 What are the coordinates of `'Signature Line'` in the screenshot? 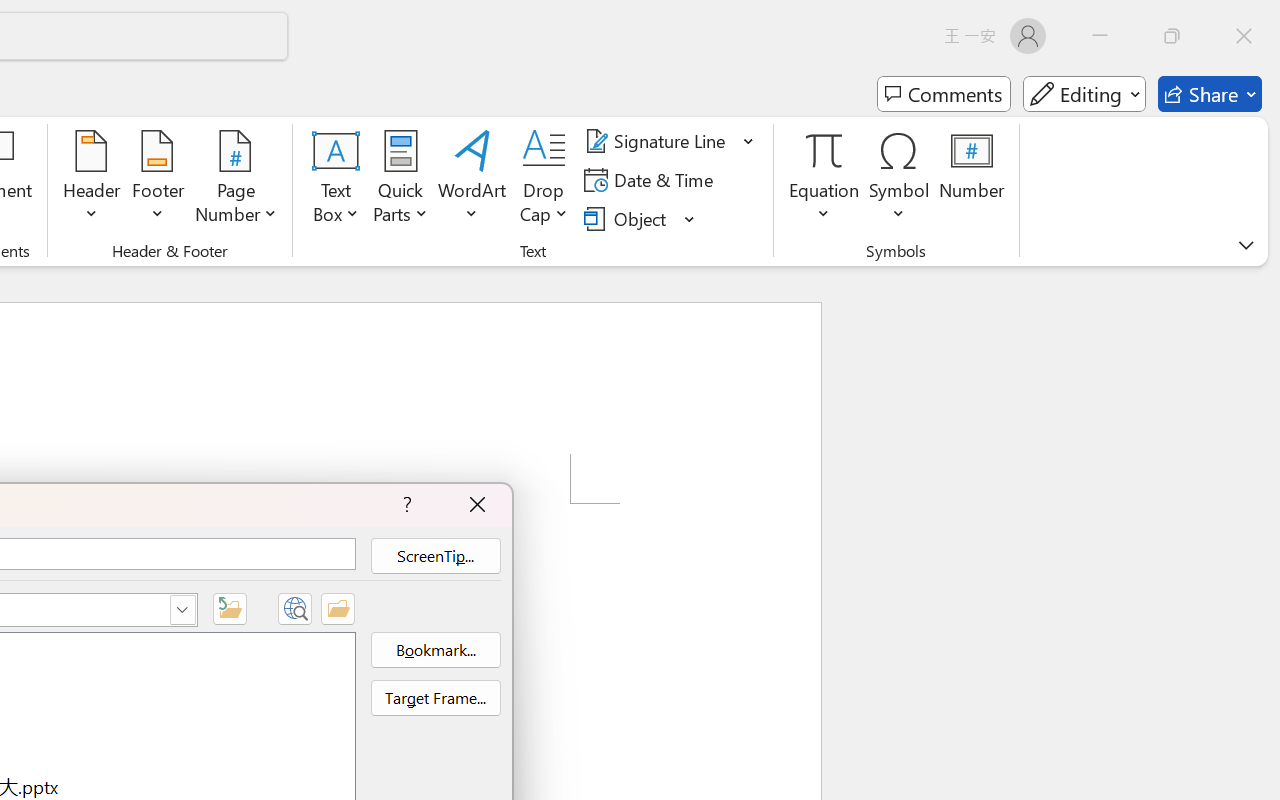 It's located at (658, 141).